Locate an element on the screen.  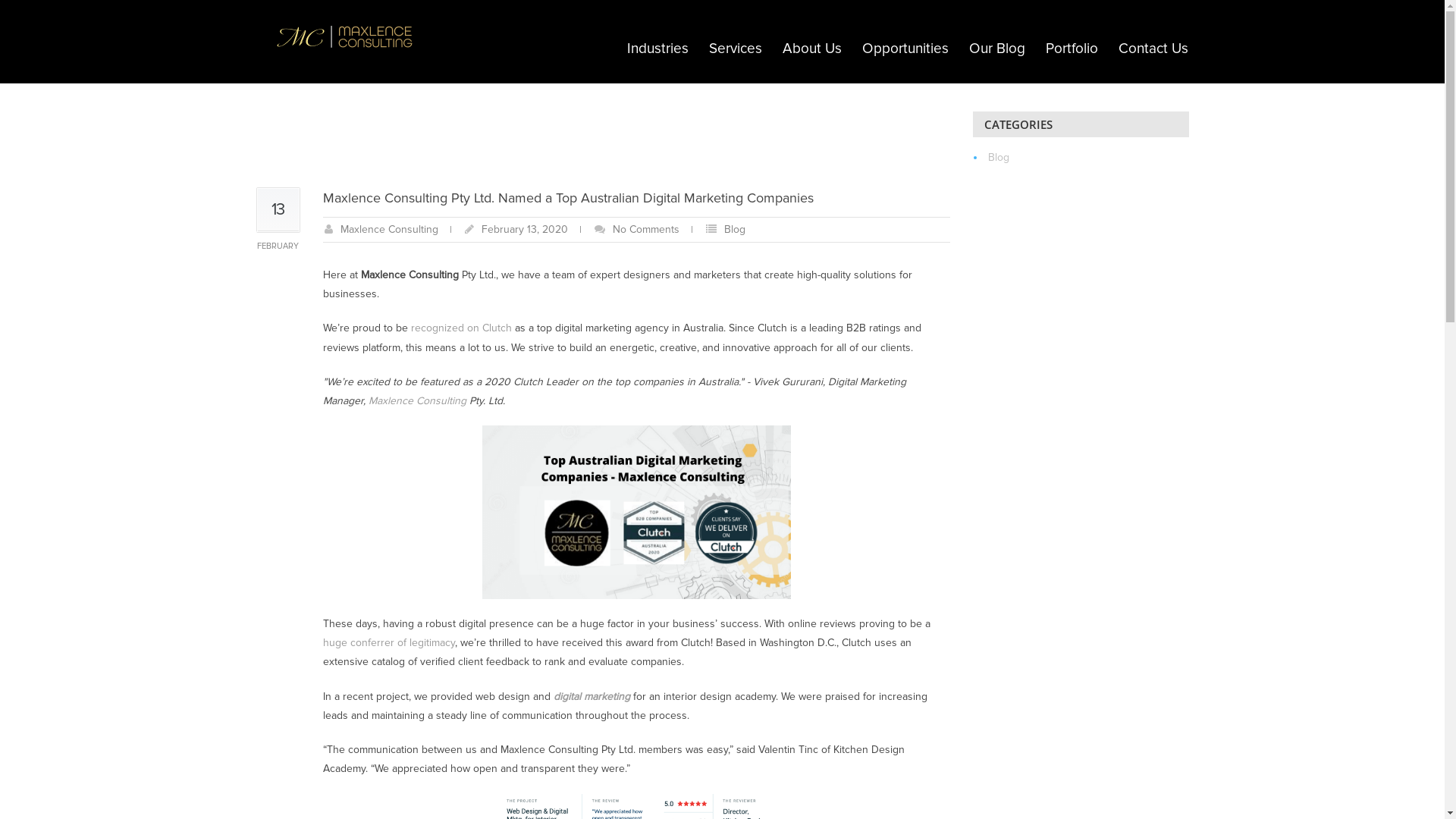
'Services' is located at coordinates (735, 48).